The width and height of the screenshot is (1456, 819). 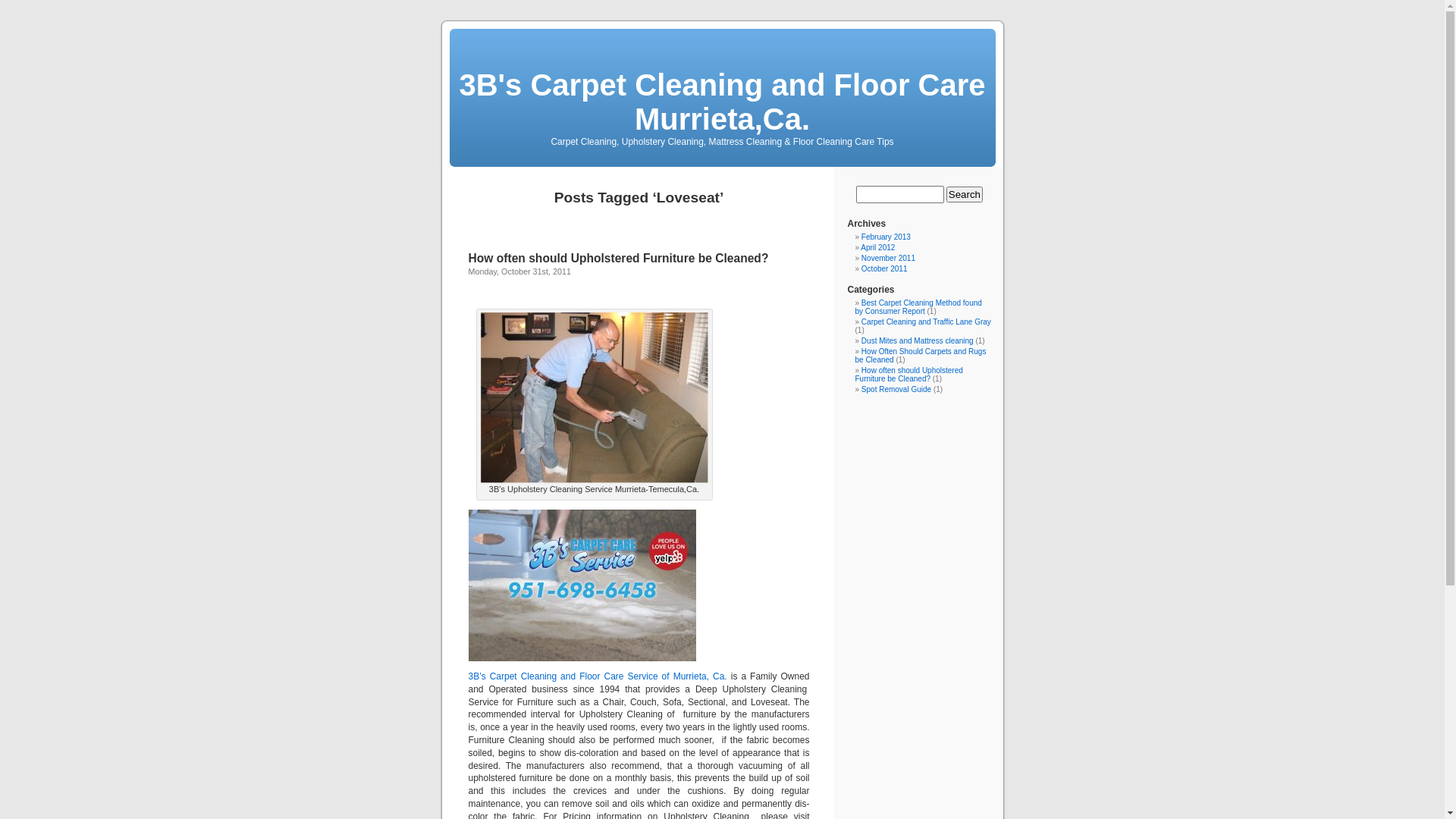 What do you see at coordinates (916, 340) in the screenshot?
I see `'Dust Mites and Mattress cleaning'` at bounding box center [916, 340].